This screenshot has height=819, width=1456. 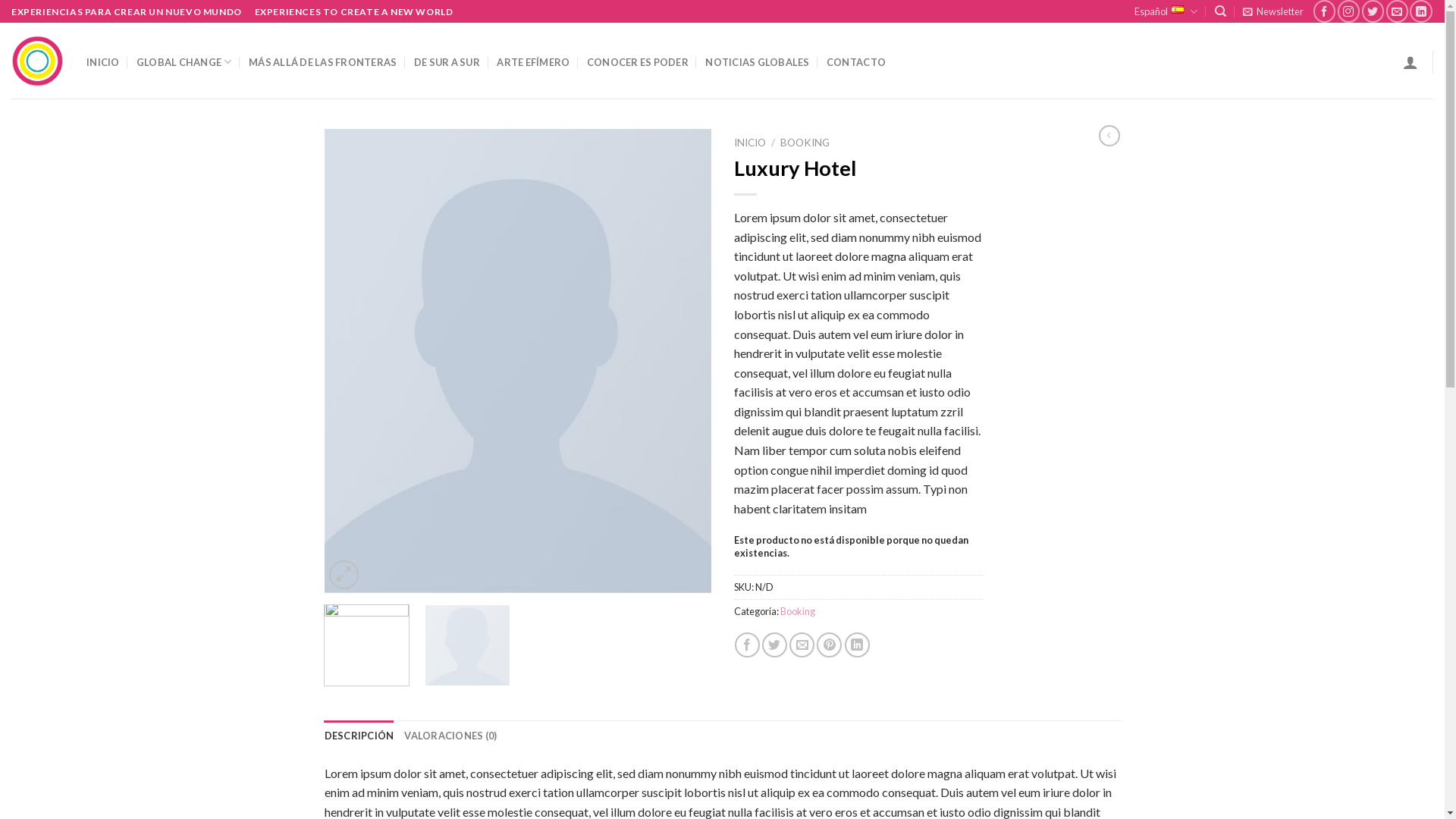 I want to click on 'GLOBAL CHANGE', so click(x=184, y=61).